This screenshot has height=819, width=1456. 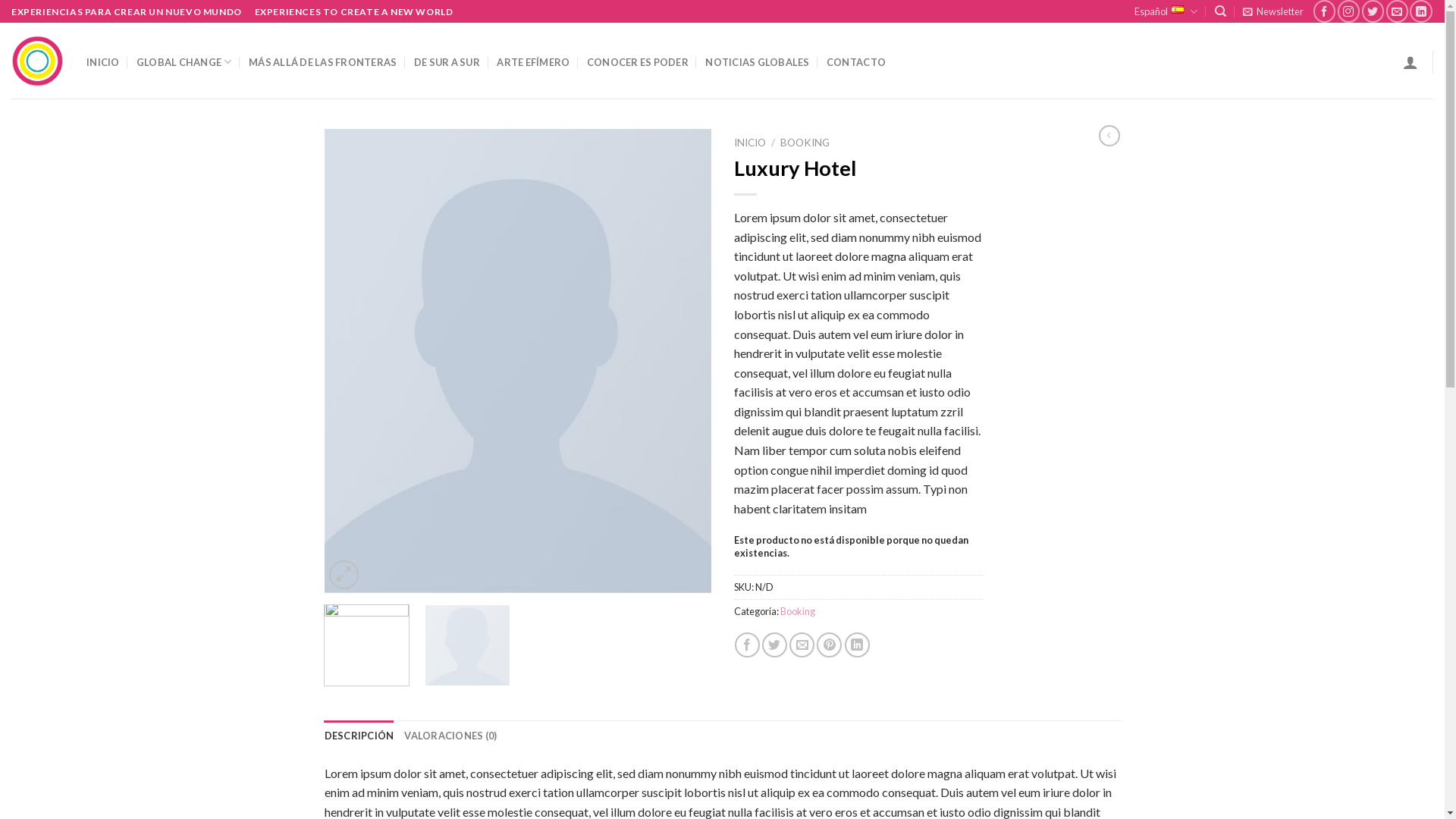 I want to click on 'GLOBAL CHANGE', so click(x=184, y=61).